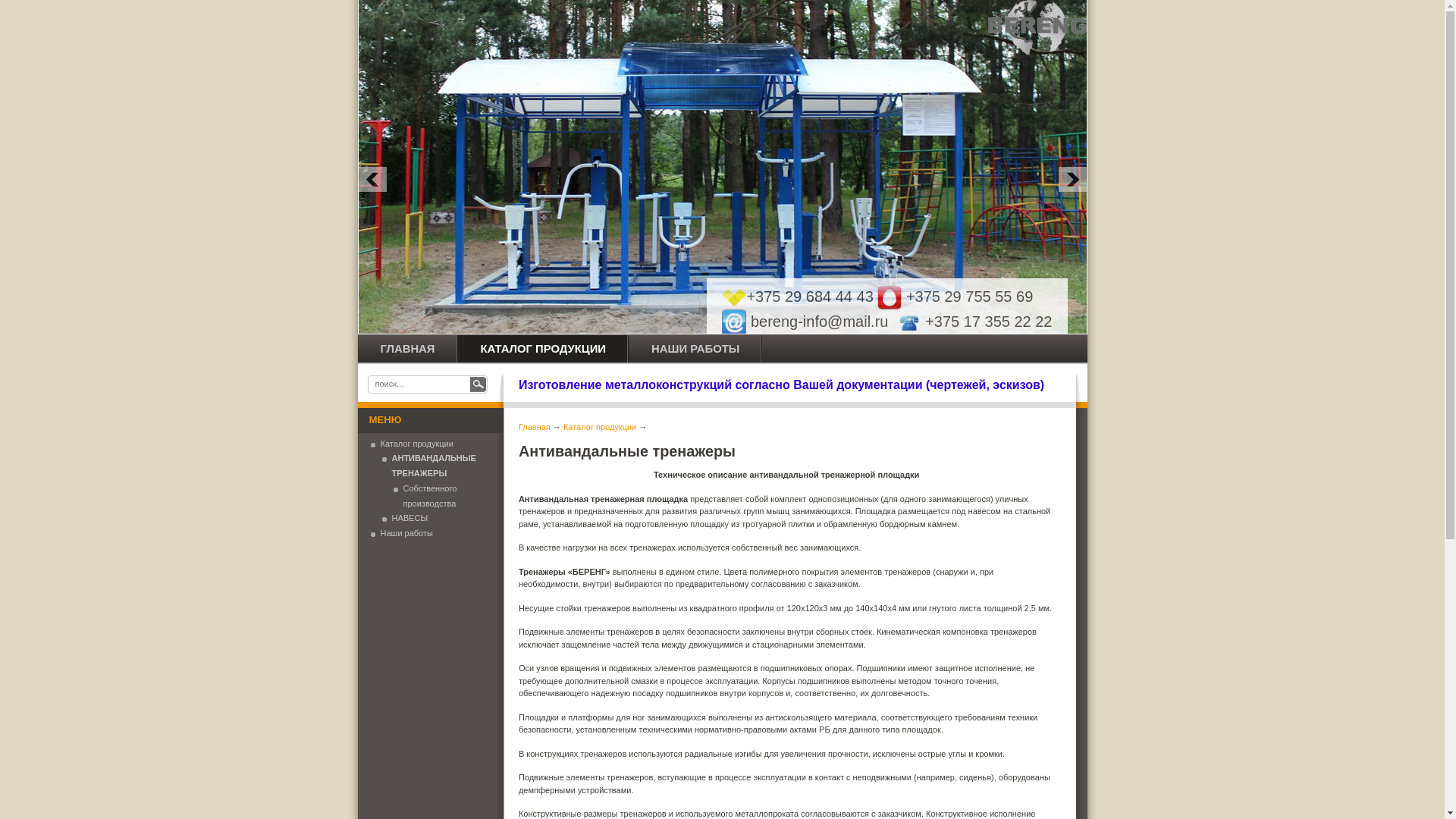 Image resolution: width=1456 pixels, height=819 pixels. Describe the element at coordinates (477, 382) in the screenshot. I see `' '` at that location.